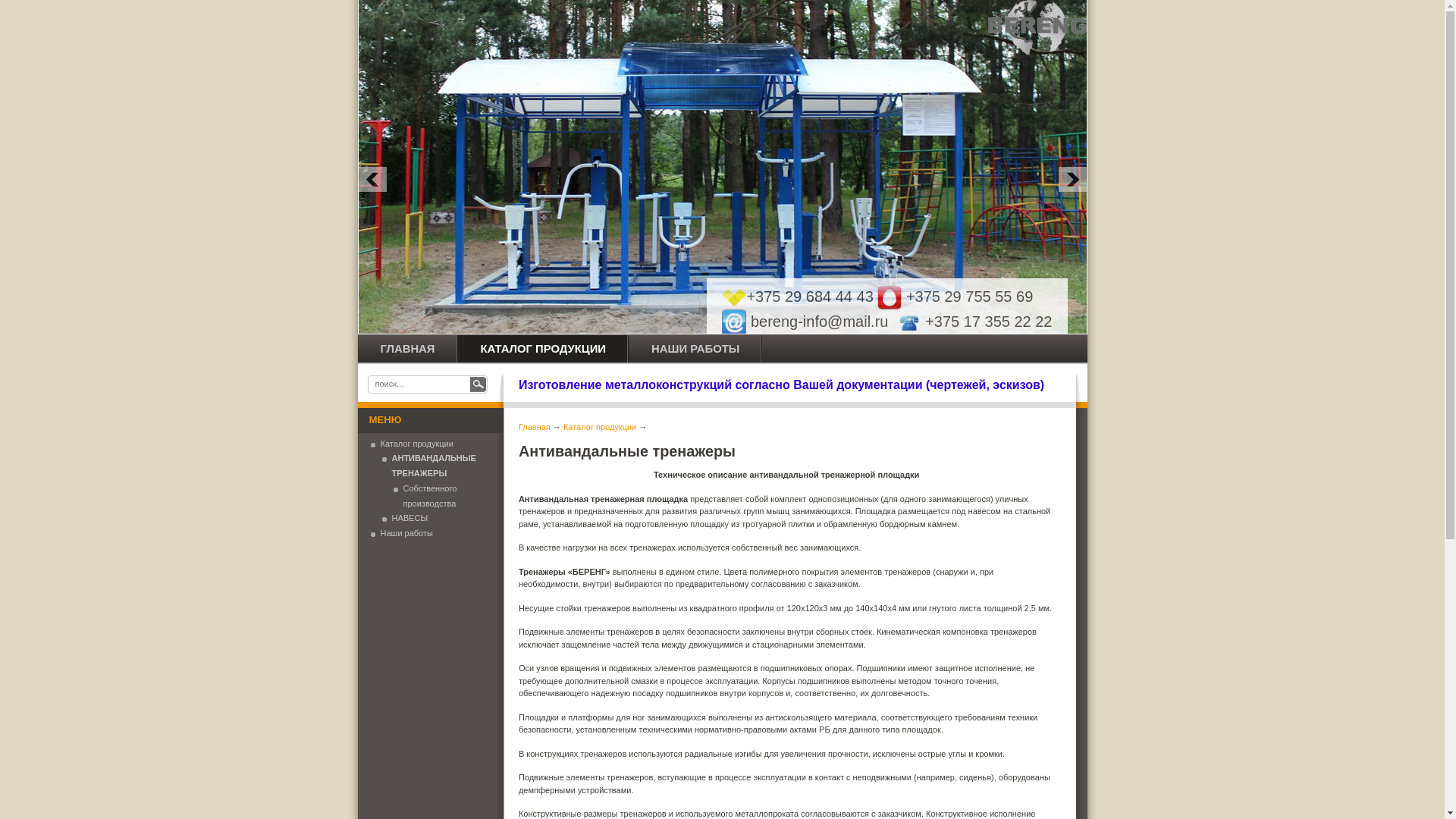 Image resolution: width=1456 pixels, height=819 pixels. Describe the element at coordinates (477, 382) in the screenshot. I see `' '` at that location.